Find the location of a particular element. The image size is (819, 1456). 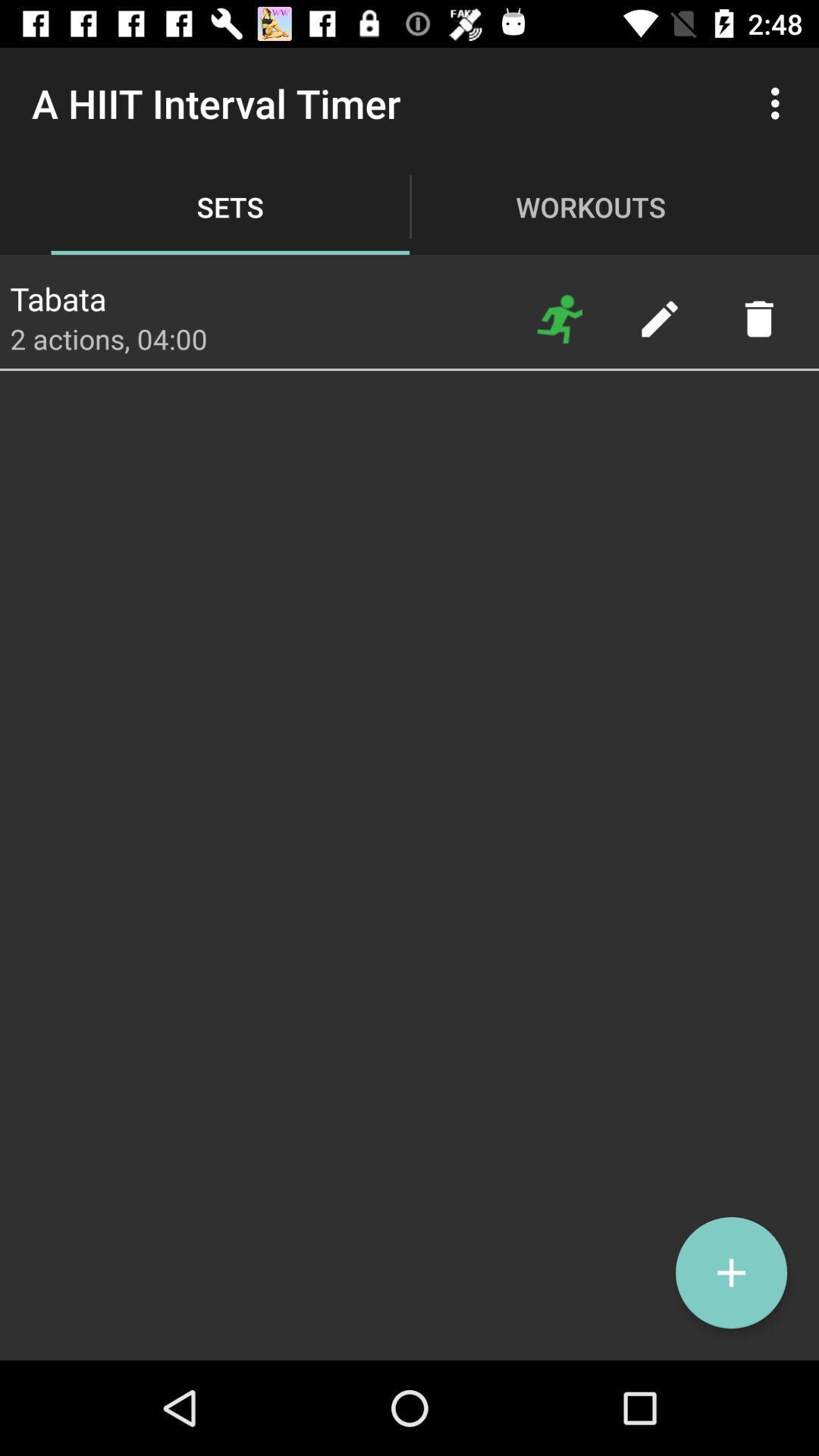

see workouts is located at coordinates (560, 318).